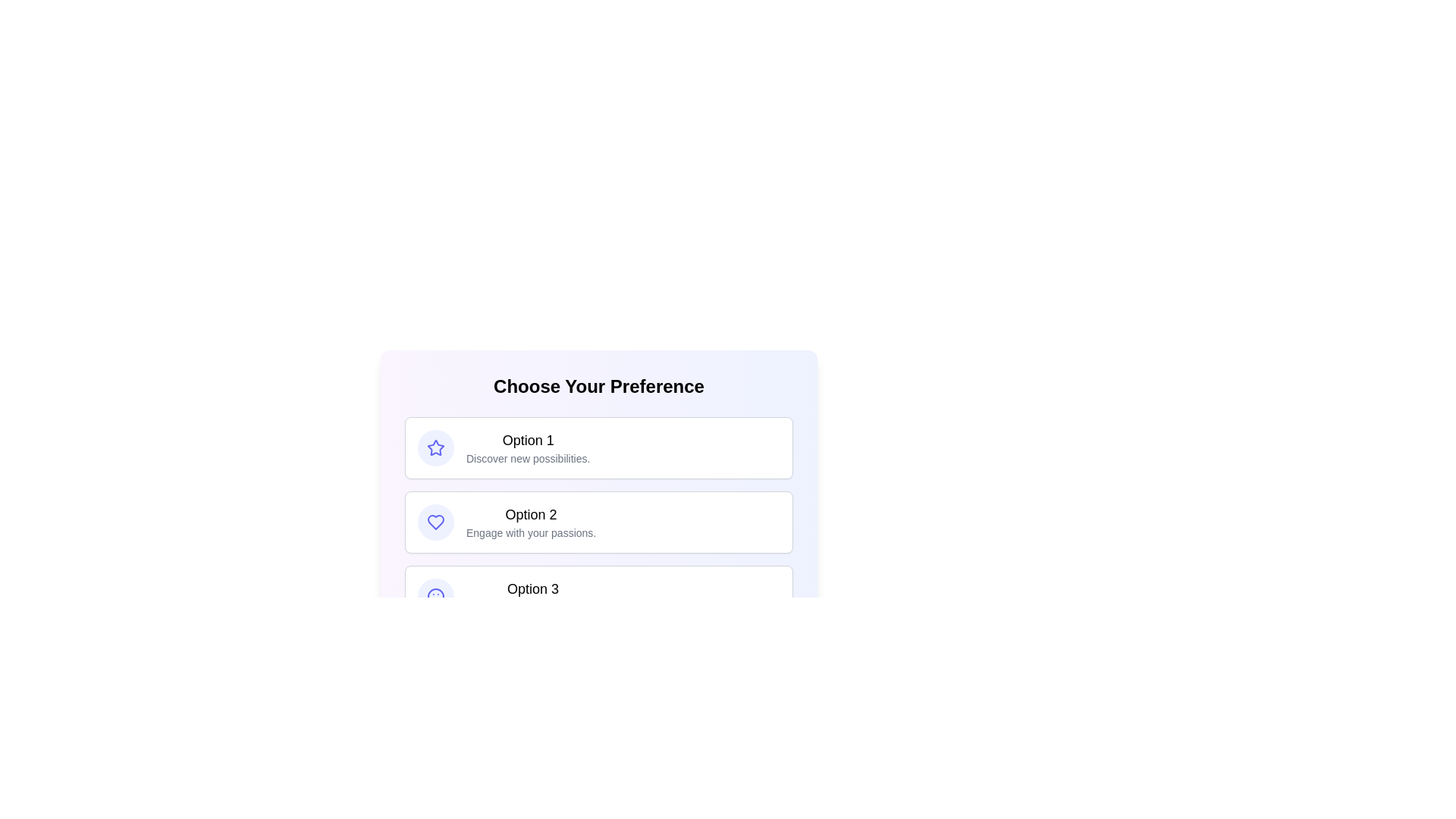  Describe the element at coordinates (598, 385) in the screenshot. I see `the header text displaying 'Choose Your Preference' which is bold and centered above selectable options` at that location.